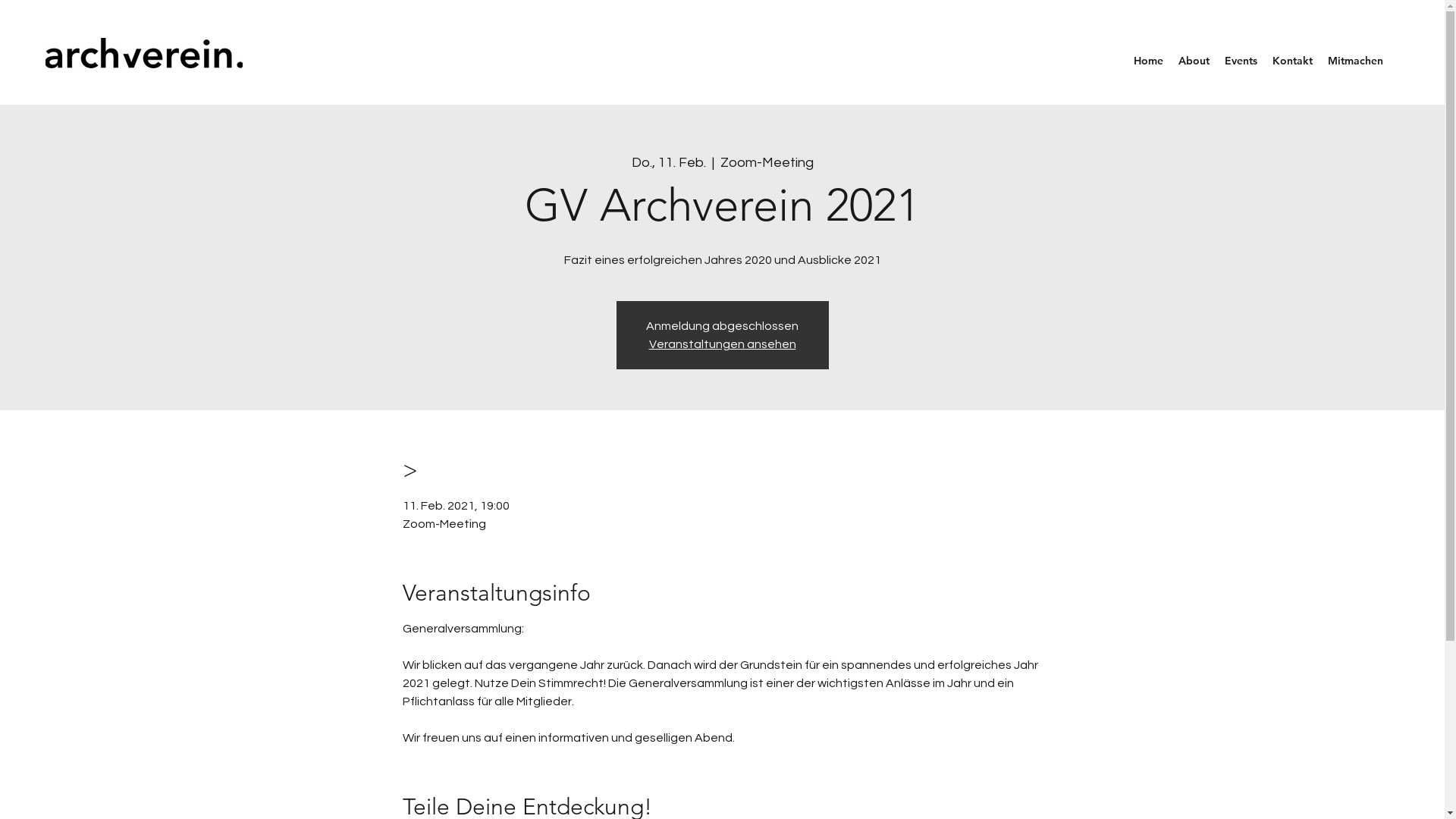 The image size is (1456, 819). What do you see at coordinates (722, 344) in the screenshot?
I see `'Veranstaltungen ansehen'` at bounding box center [722, 344].